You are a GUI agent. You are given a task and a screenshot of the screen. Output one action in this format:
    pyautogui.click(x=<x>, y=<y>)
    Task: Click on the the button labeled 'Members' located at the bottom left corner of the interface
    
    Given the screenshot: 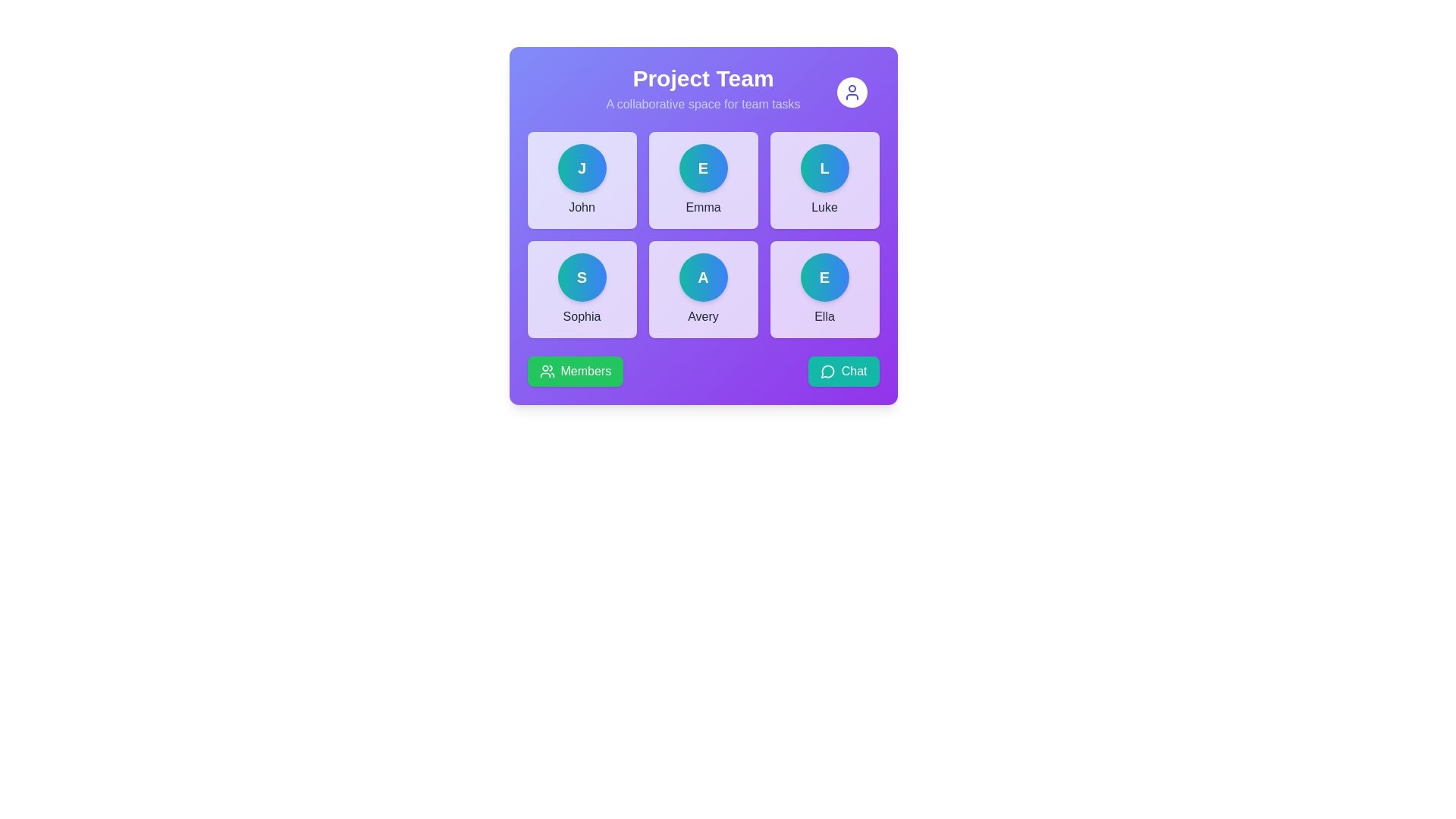 What is the action you would take?
    pyautogui.click(x=585, y=371)
    